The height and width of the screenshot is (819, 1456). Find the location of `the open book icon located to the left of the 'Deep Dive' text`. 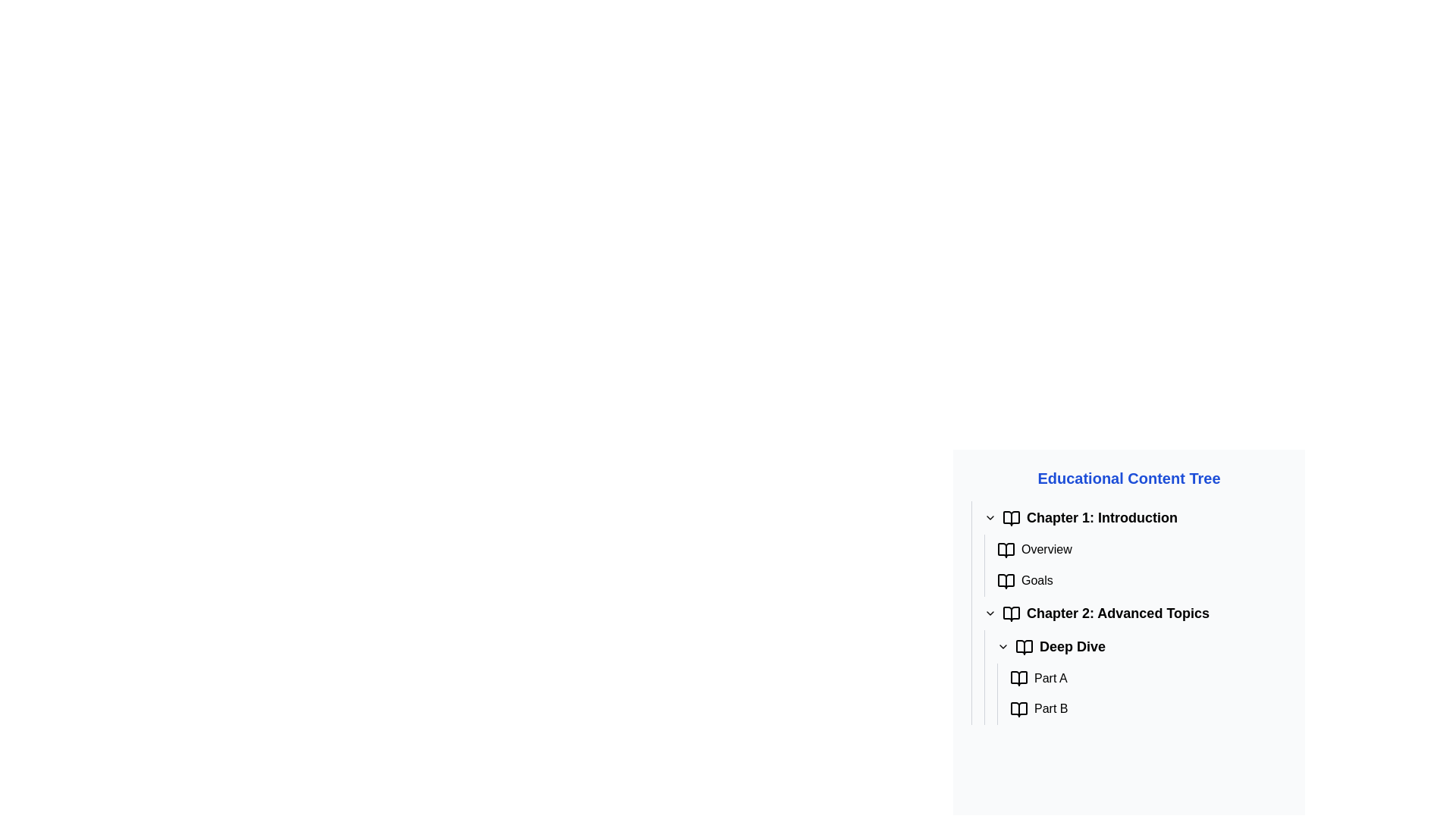

the open book icon located to the left of the 'Deep Dive' text is located at coordinates (1024, 646).